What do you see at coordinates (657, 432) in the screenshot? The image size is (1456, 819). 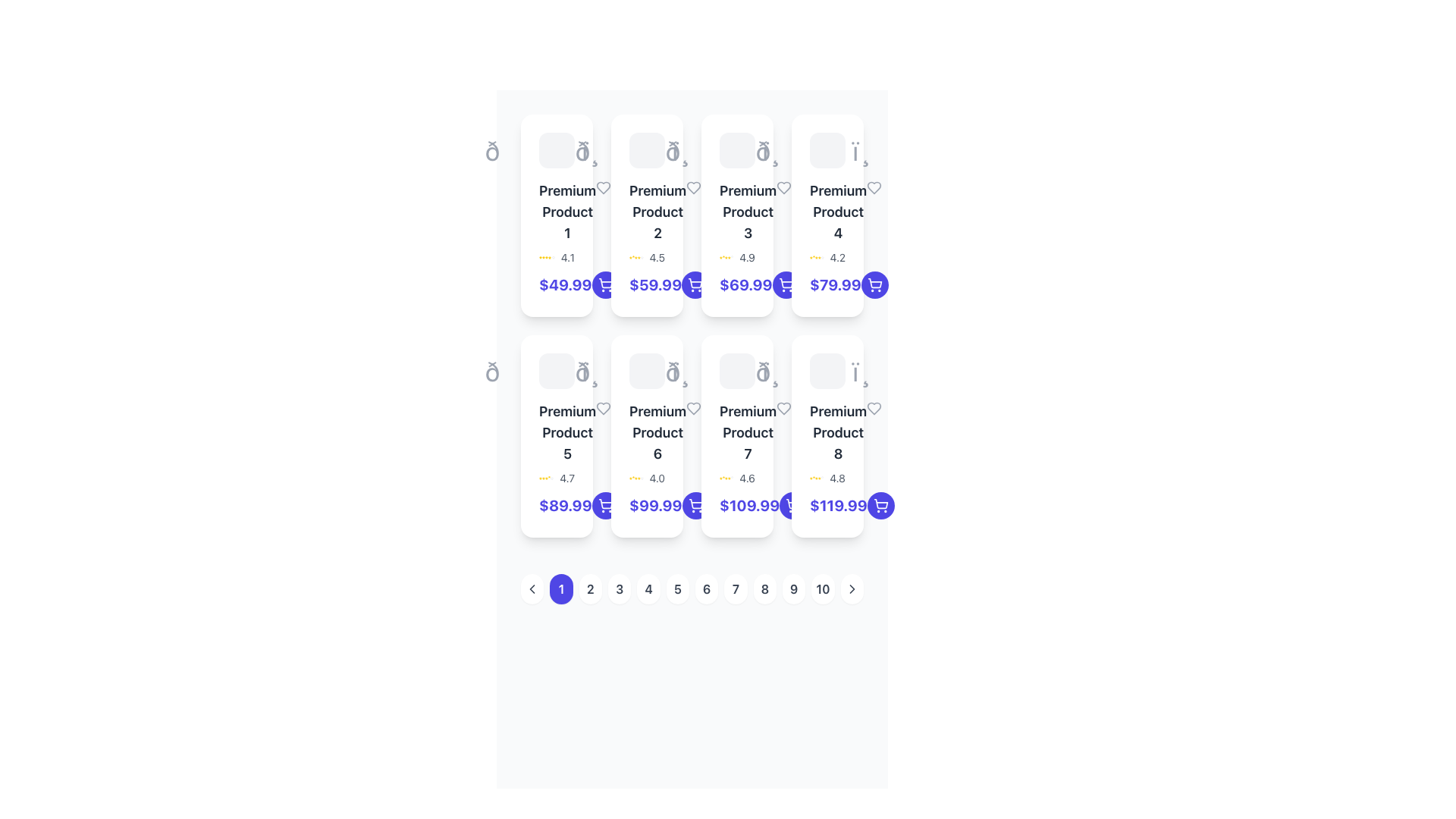 I see `the product name label located in the second row of the product card grid, specifically in the fourth column from the left, which displays the title of the product` at bounding box center [657, 432].